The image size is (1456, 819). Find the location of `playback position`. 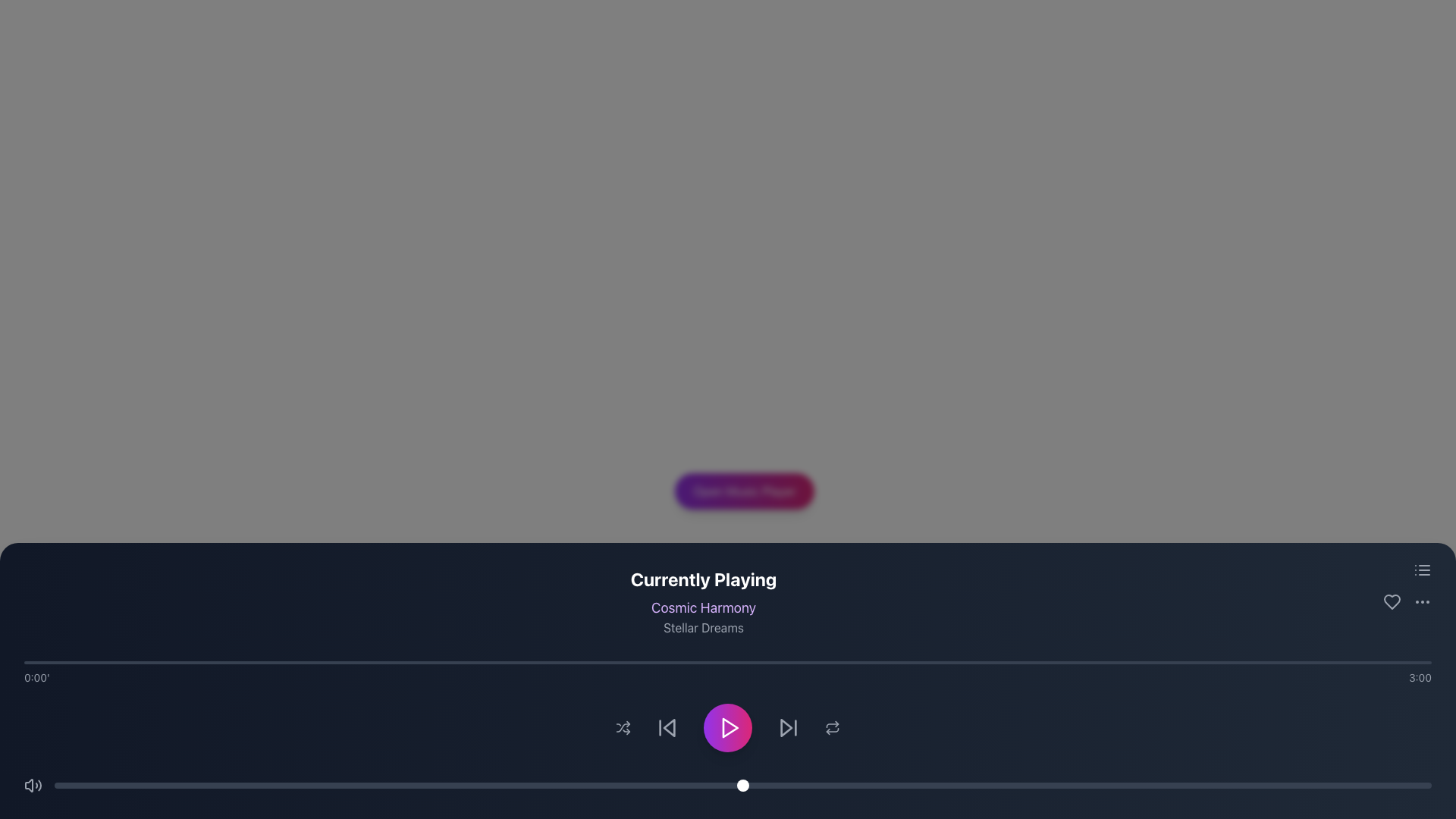

playback position is located at coordinates (1385, 662).